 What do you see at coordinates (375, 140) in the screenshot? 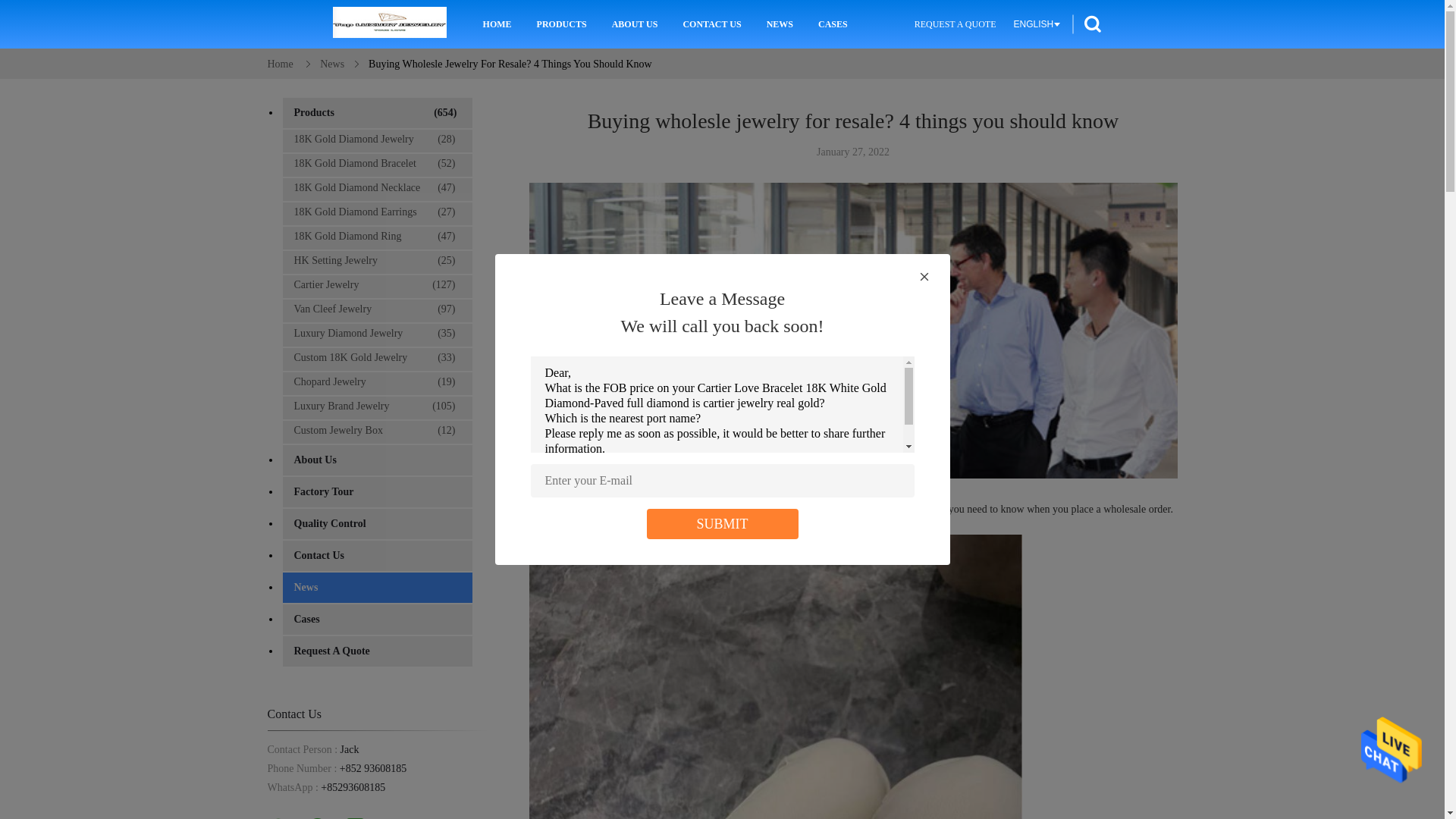
I see `'18K Gold Diamond Jewelry` at bounding box center [375, 140].